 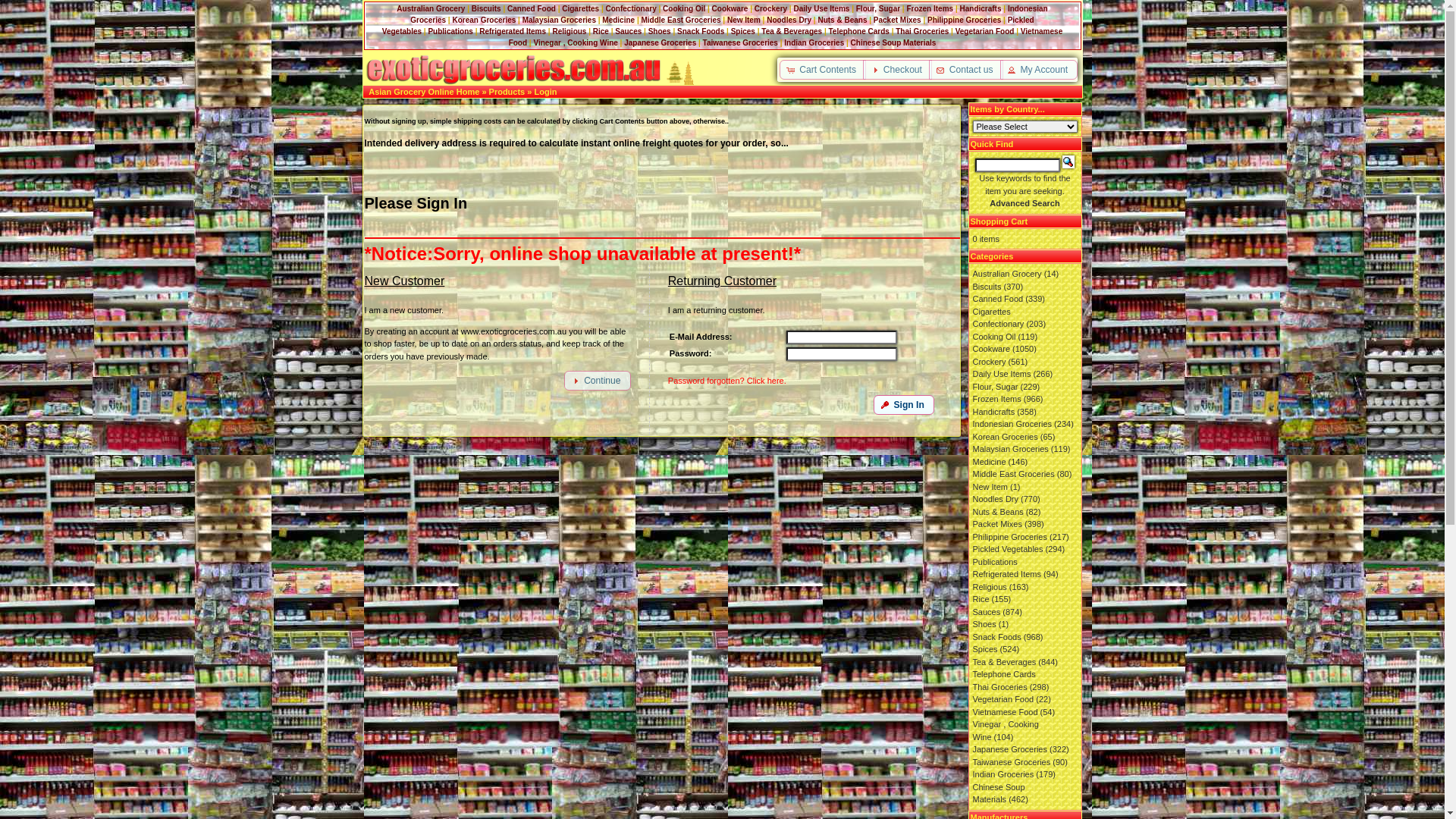 What do you see at coordinates (659, 31) in the screenshot?
I see `'Shoes'` at bounding box center [659, 31].